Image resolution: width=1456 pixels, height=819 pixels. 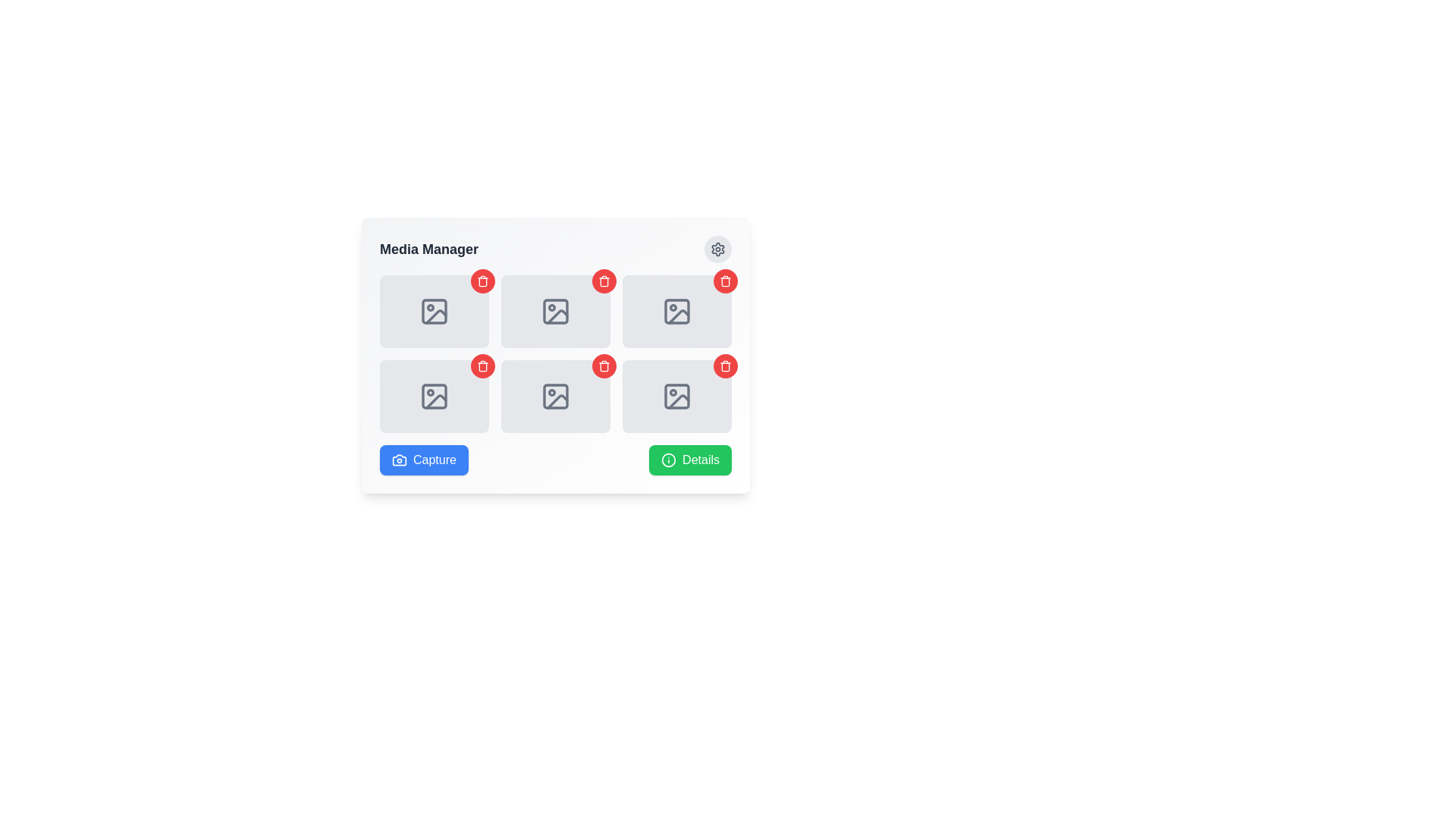 What do you see at coordinates (603, 366) in the screenshot?
I see `the circular red button with a white trash icon located in the top-right corner of the image placeholder to change its background color` at bounding box center [603, 366].